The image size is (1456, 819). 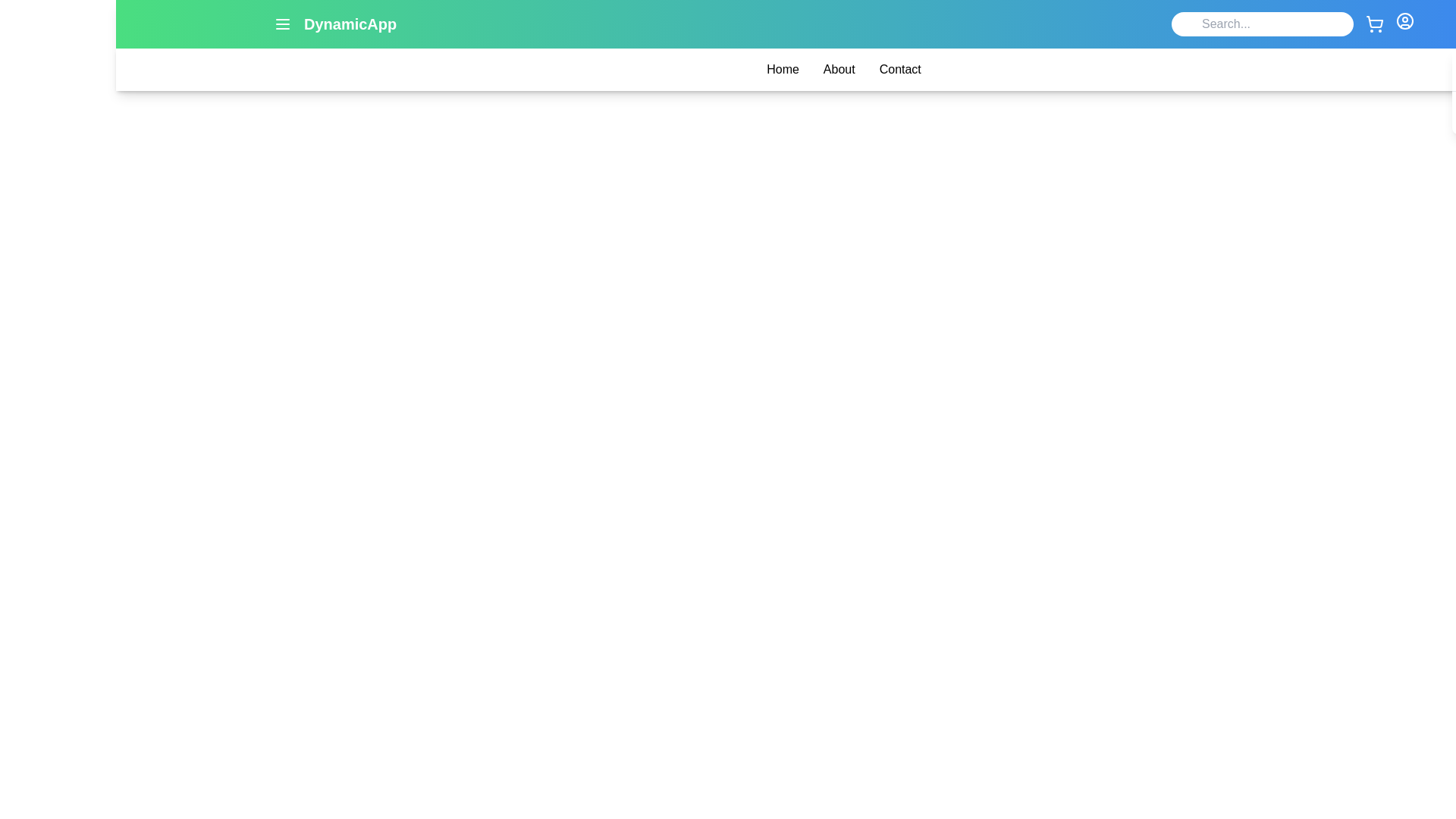 I want to click on the 'About' link in the menu bar, so click(x=837, y=70).